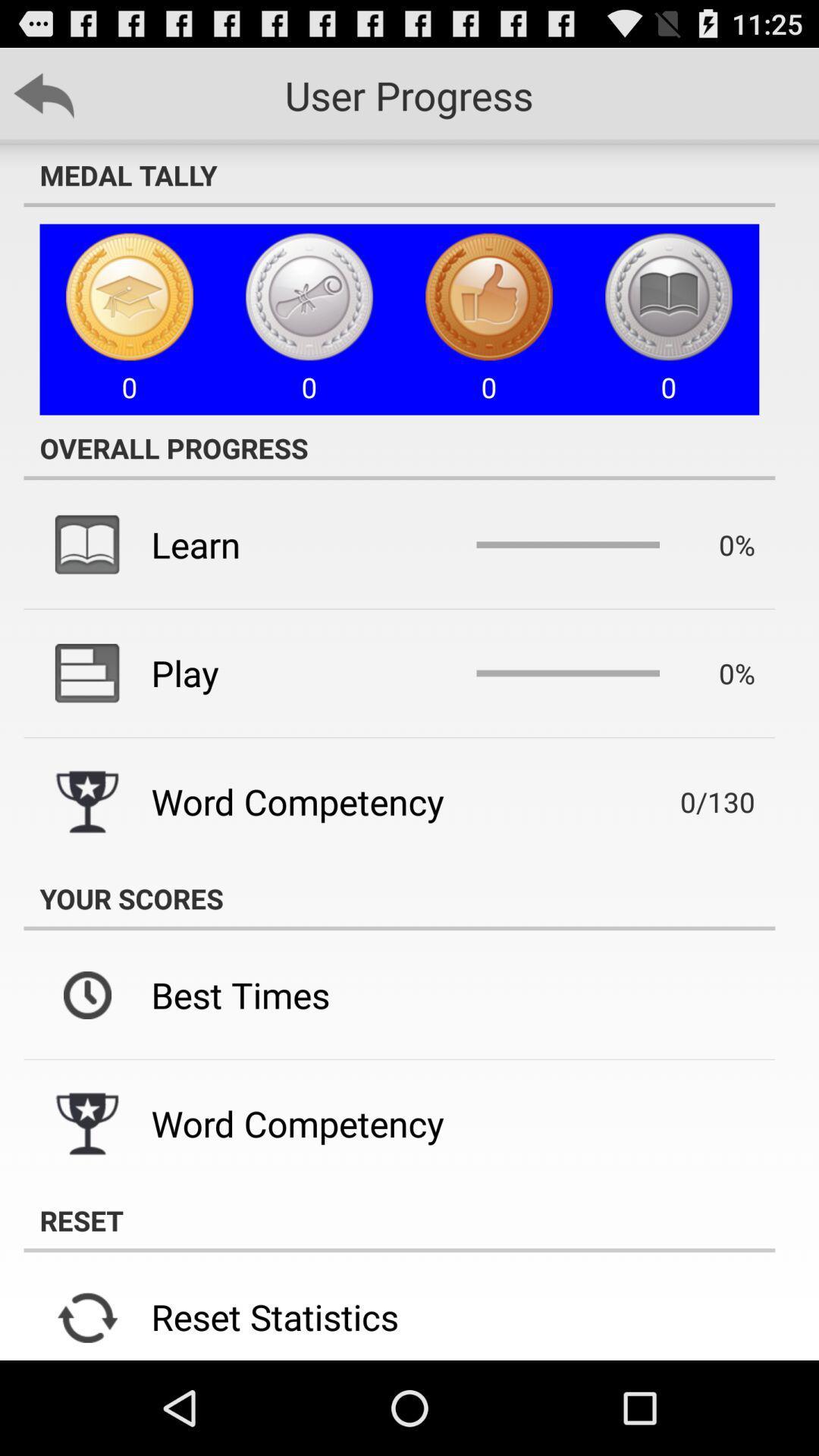 This screenshot has width=819, height=1456. Describe the element at coordinates (398, 899) in the screenshot. I see `the your scores icon` at that location.